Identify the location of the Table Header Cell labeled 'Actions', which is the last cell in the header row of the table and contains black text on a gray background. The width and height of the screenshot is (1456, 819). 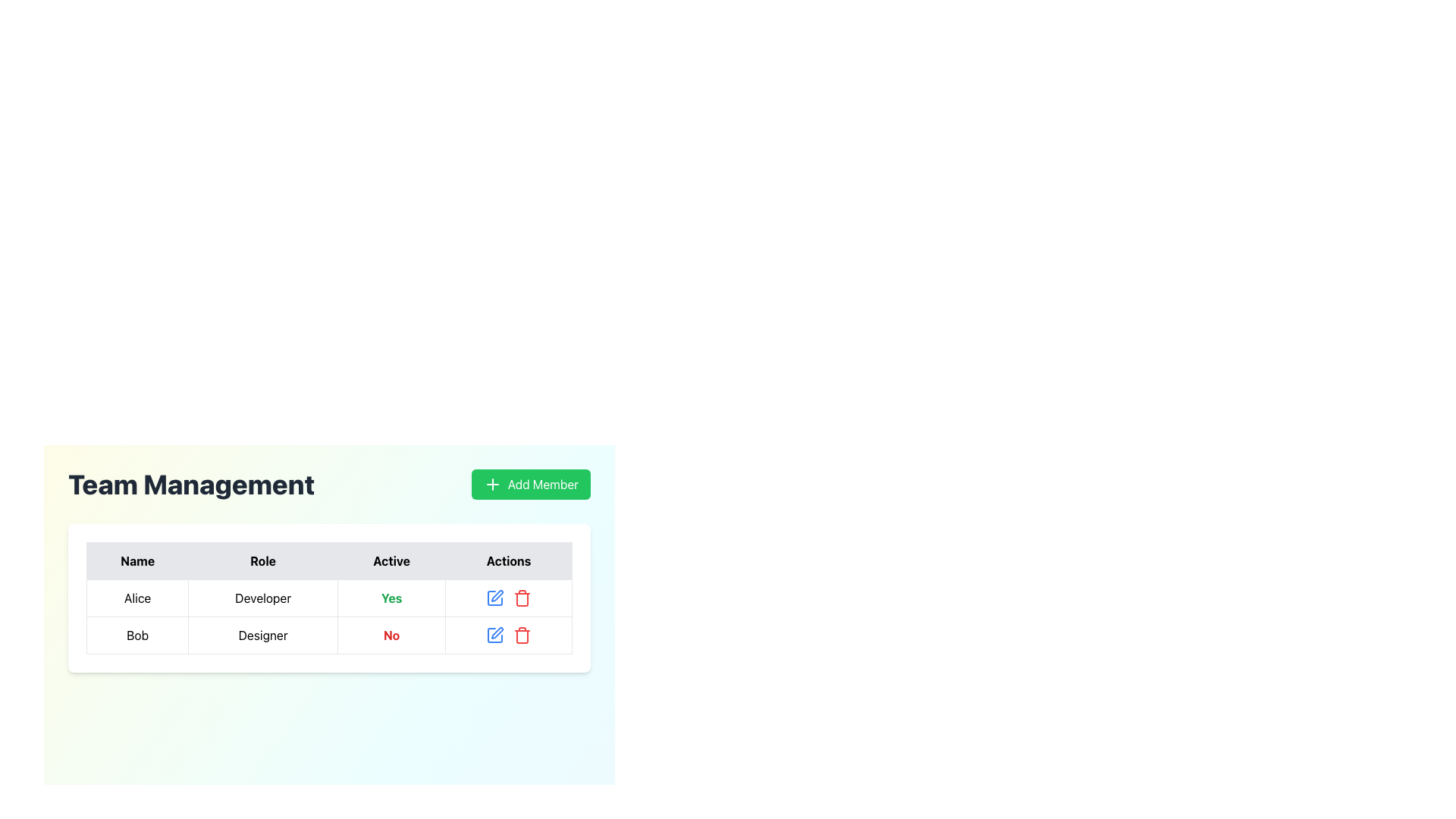
(509, 561).